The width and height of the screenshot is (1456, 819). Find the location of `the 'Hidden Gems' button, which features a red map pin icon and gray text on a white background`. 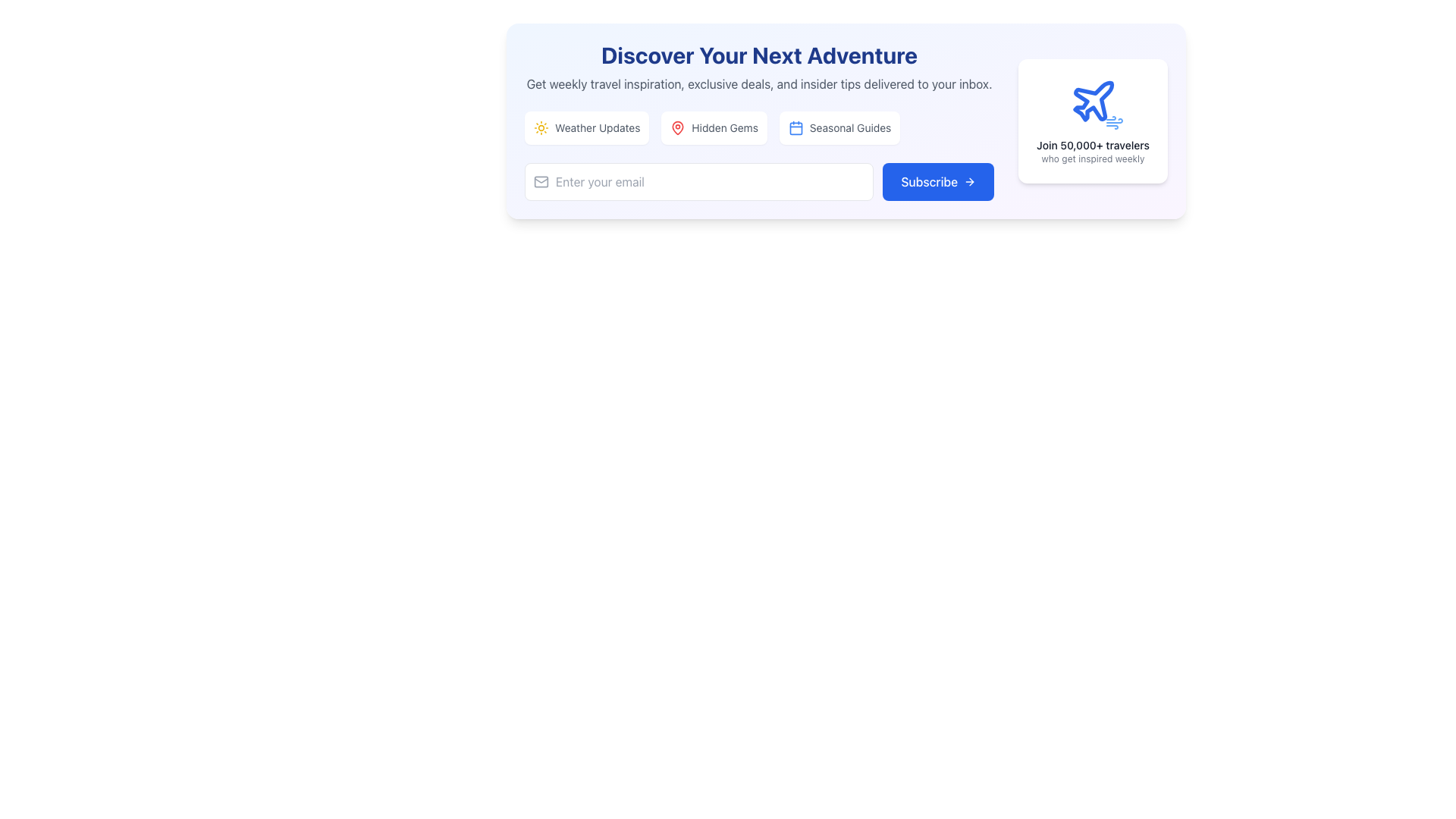

the 'Hidden Gems' button, which features a red map pin icon and gray text on a white background is located at coordinates (713, 127).